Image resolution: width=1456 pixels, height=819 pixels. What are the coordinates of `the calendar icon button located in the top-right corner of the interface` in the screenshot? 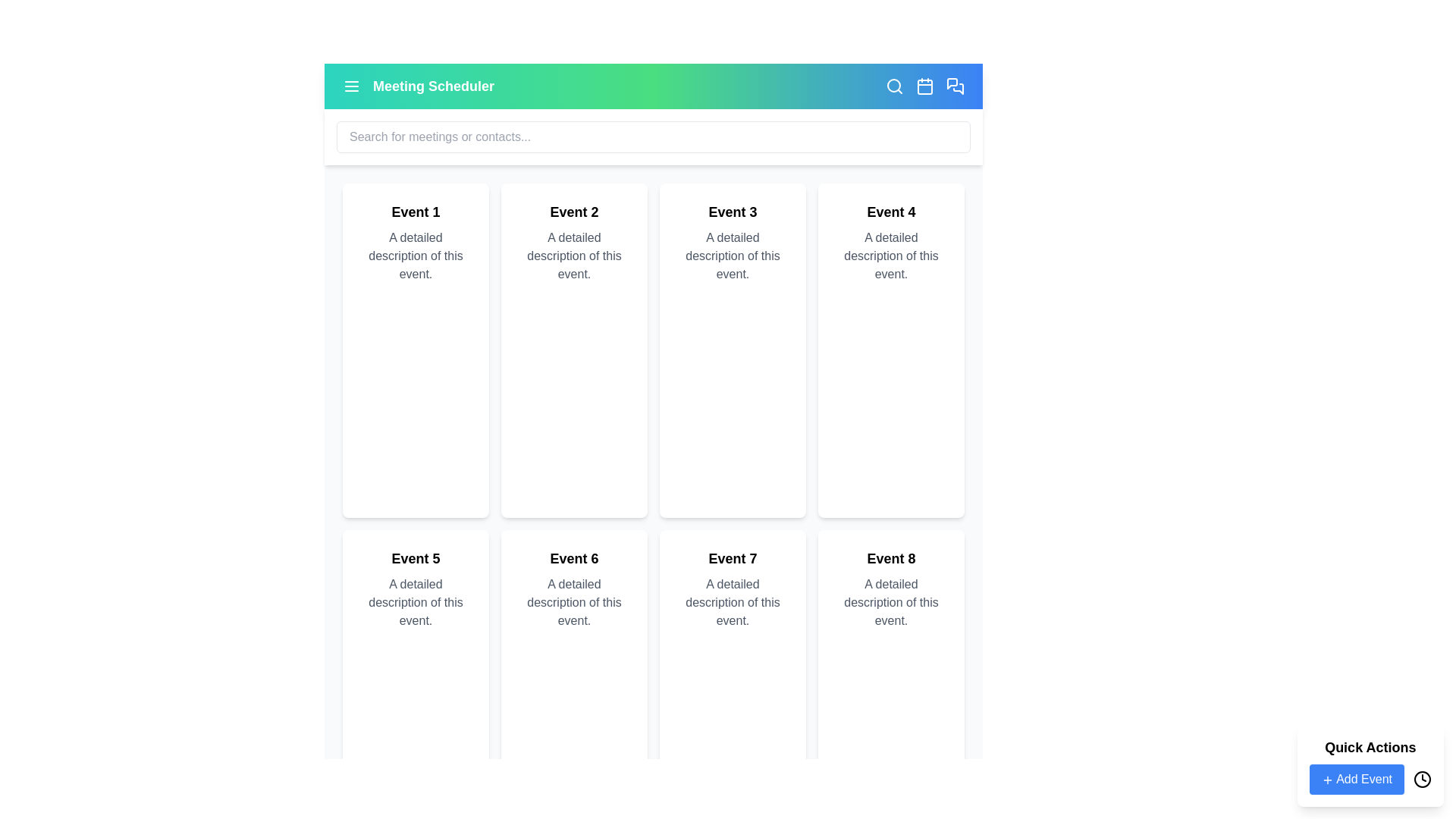 It's located at (924, 86).